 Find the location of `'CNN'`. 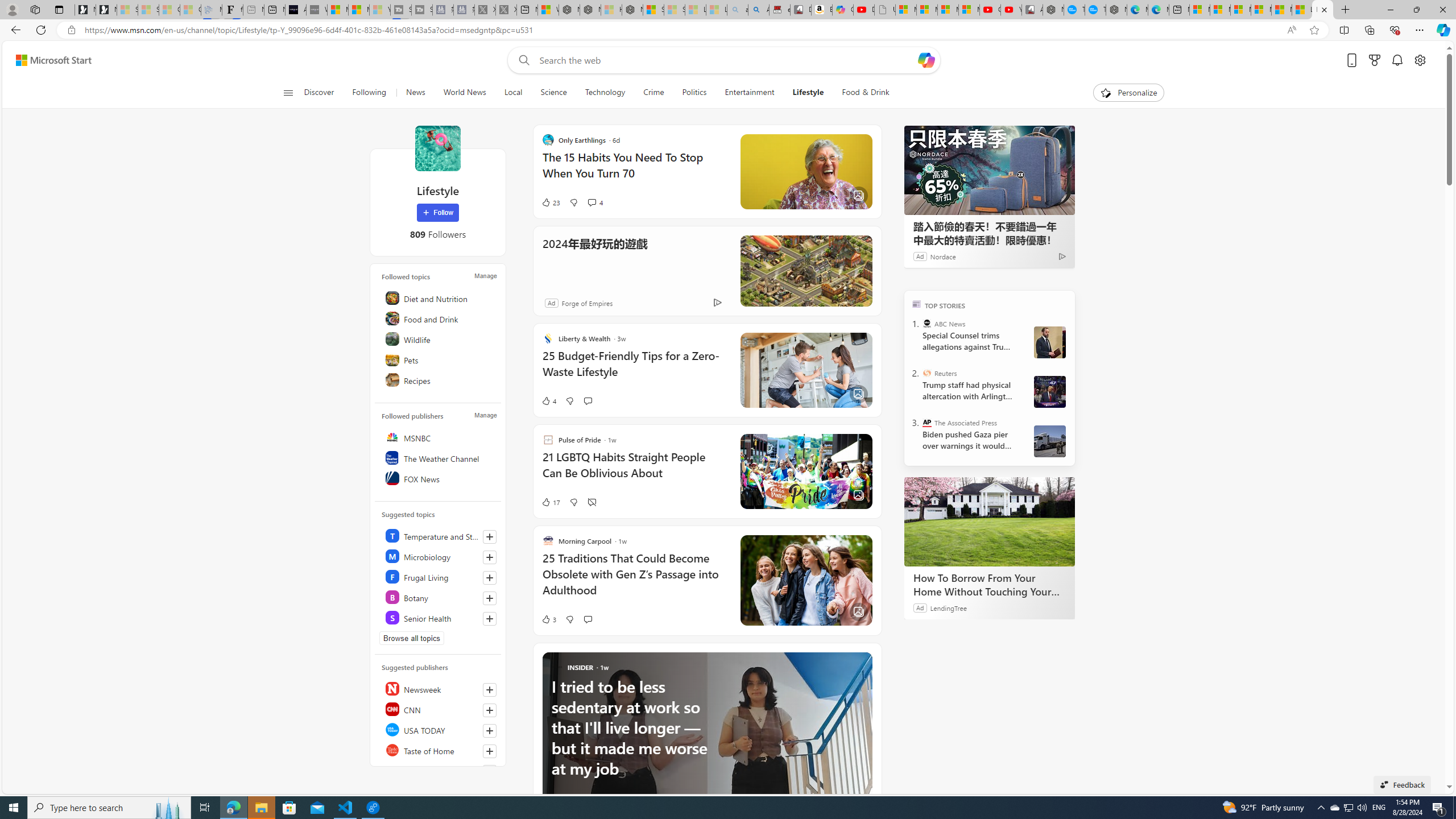

'CNN' is located at coordinates (440, 709).